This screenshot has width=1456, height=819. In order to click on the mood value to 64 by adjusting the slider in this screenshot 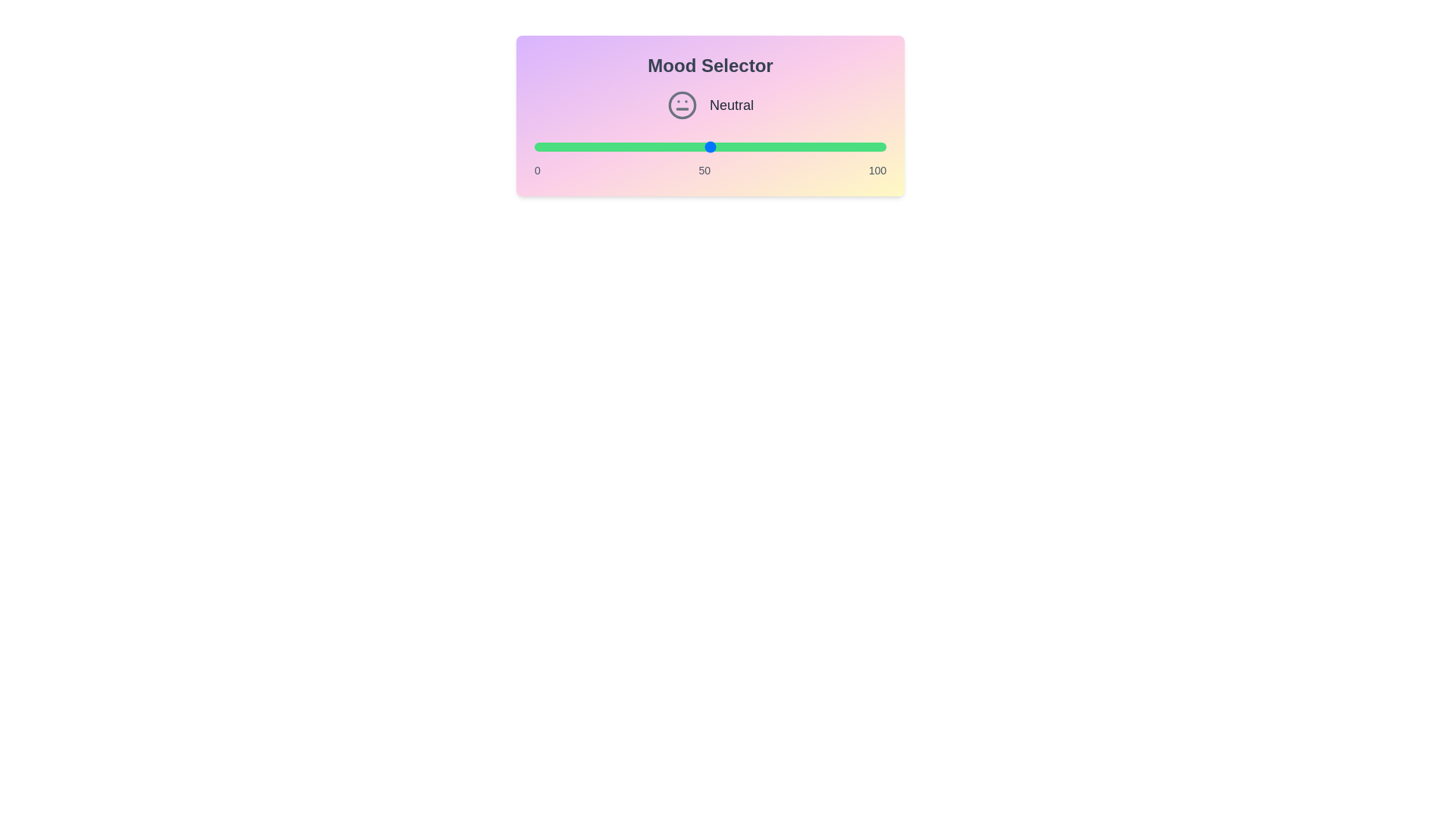, I will do `click(760, 146)`.